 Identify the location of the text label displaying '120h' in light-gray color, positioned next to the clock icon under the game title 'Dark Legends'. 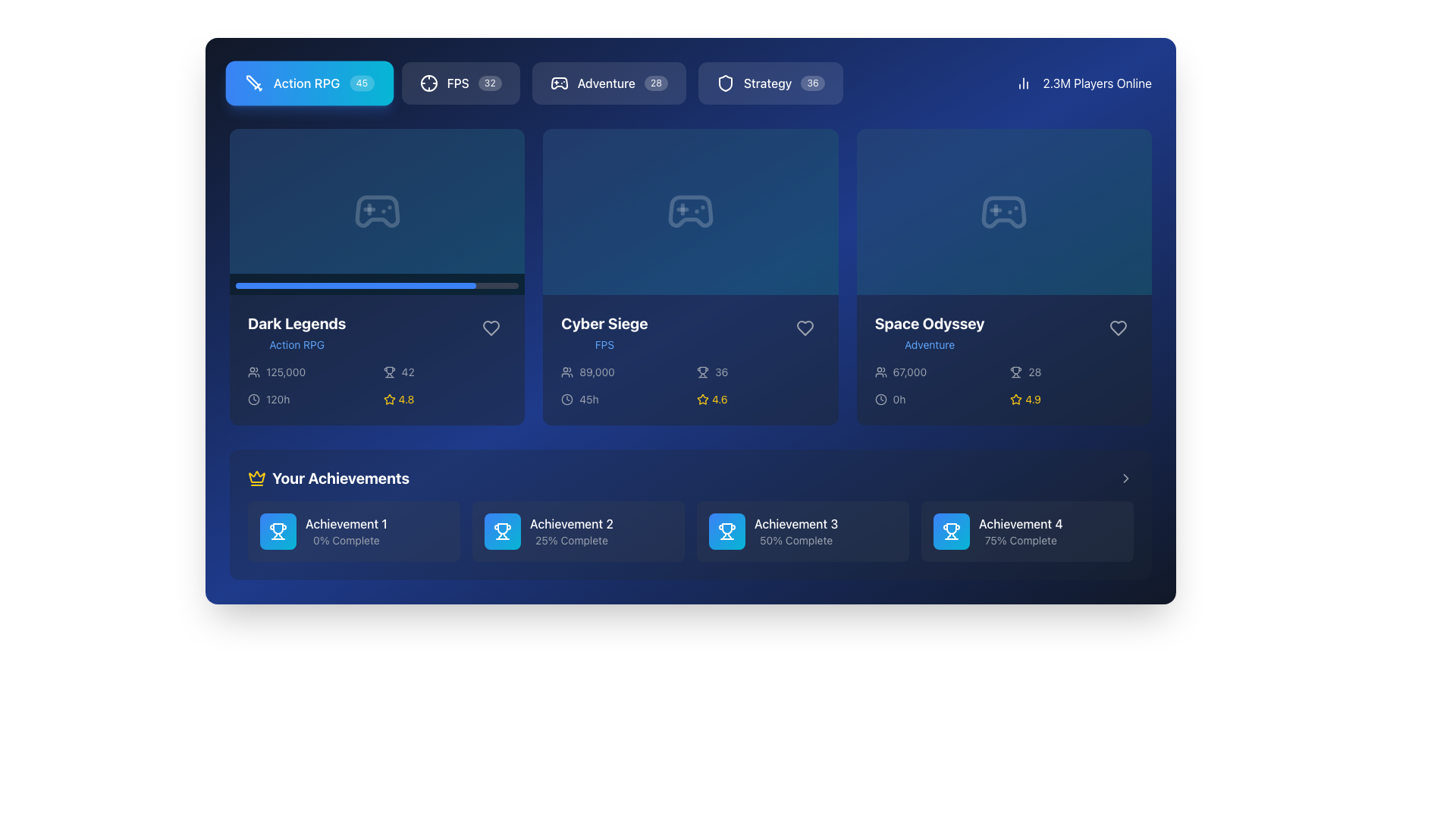
(278, 398).